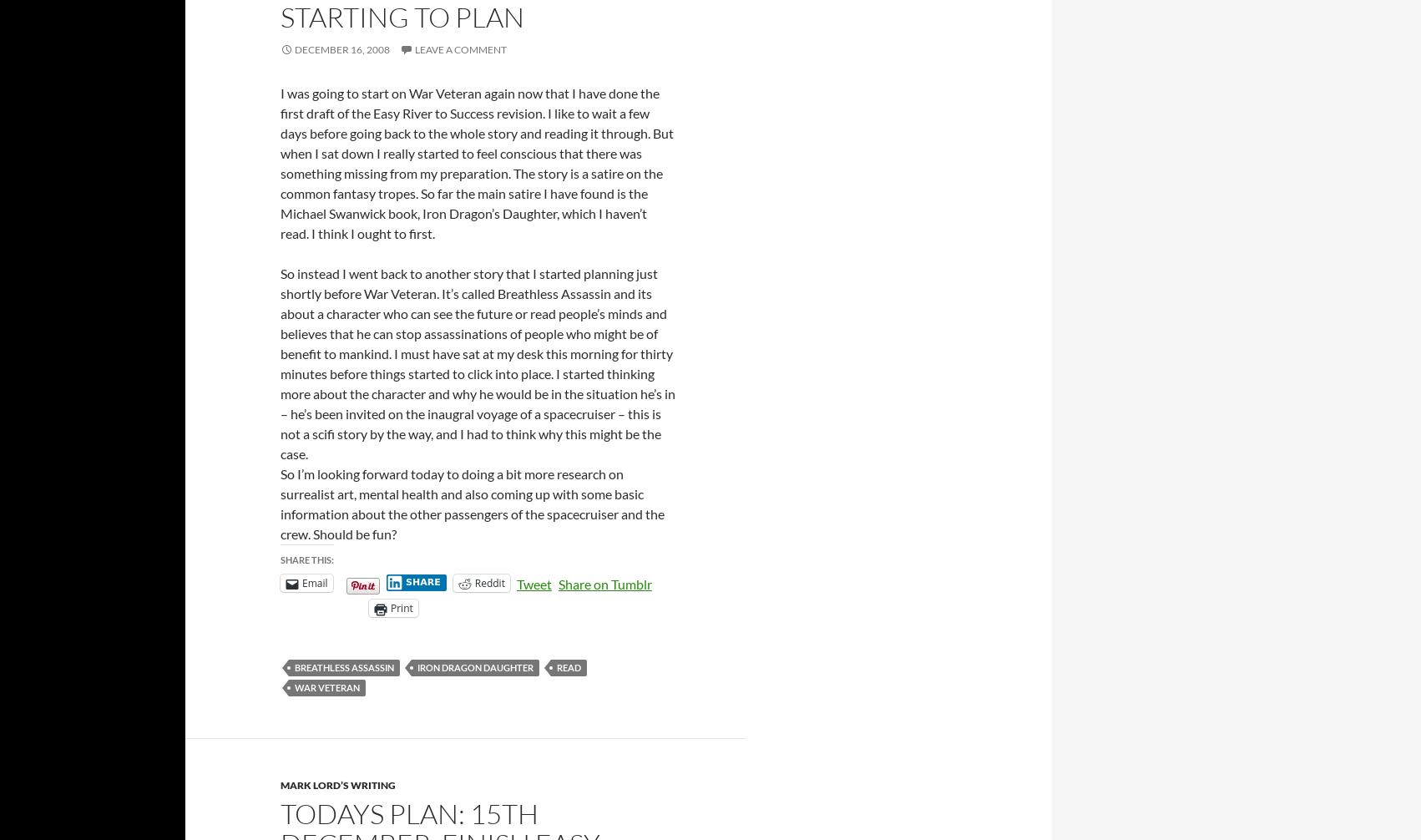 The height and width of the screenshot is (840, 1421). I want to click on 'Print', so click(390, 608).